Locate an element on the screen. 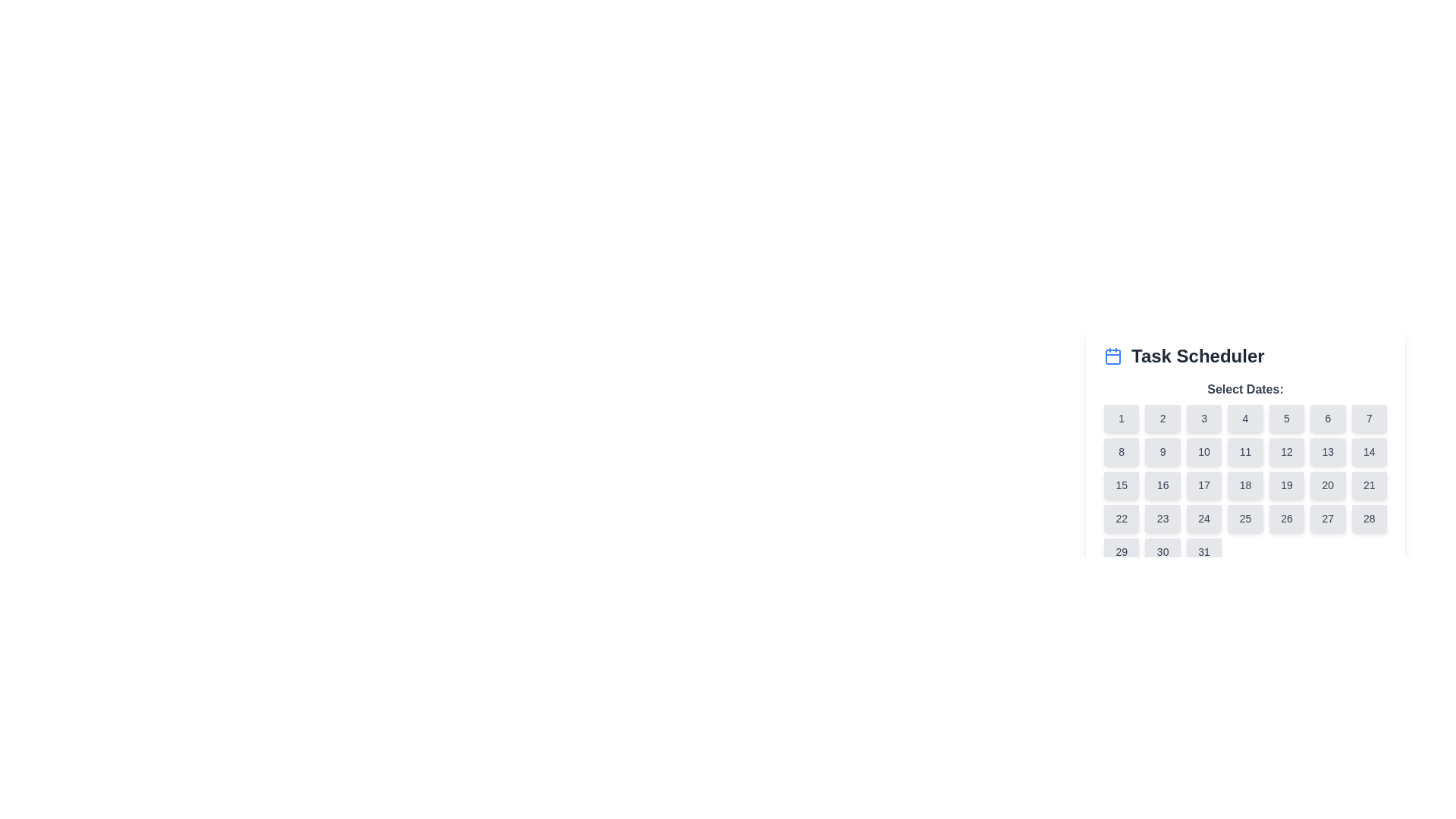 The image size is (1456, 819). the rectangular button with a light gray background and the text '27' is located at coordinates (1327, 517).